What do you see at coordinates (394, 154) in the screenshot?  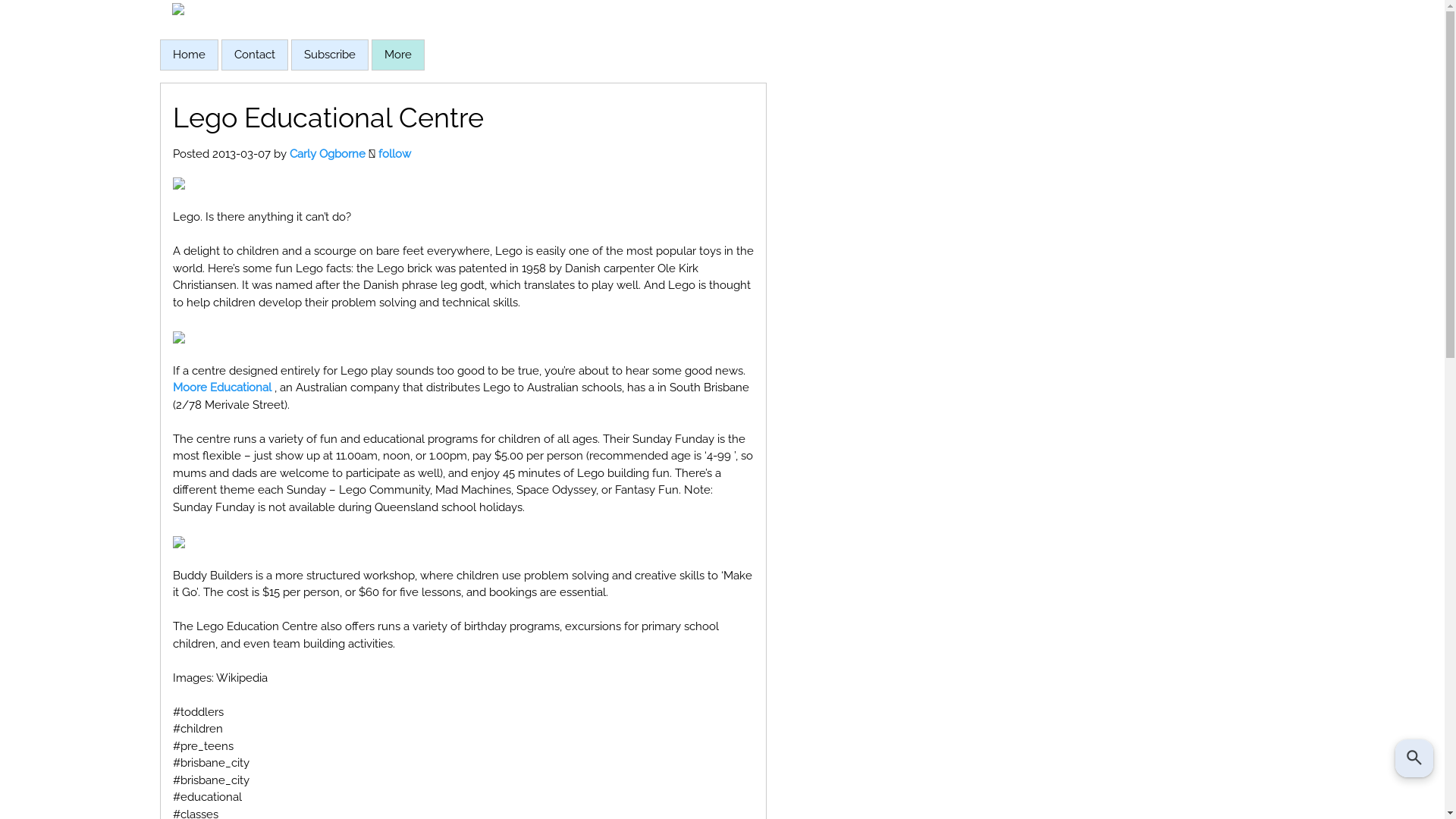 I see `'follow'` at bounding box center [394, 154].